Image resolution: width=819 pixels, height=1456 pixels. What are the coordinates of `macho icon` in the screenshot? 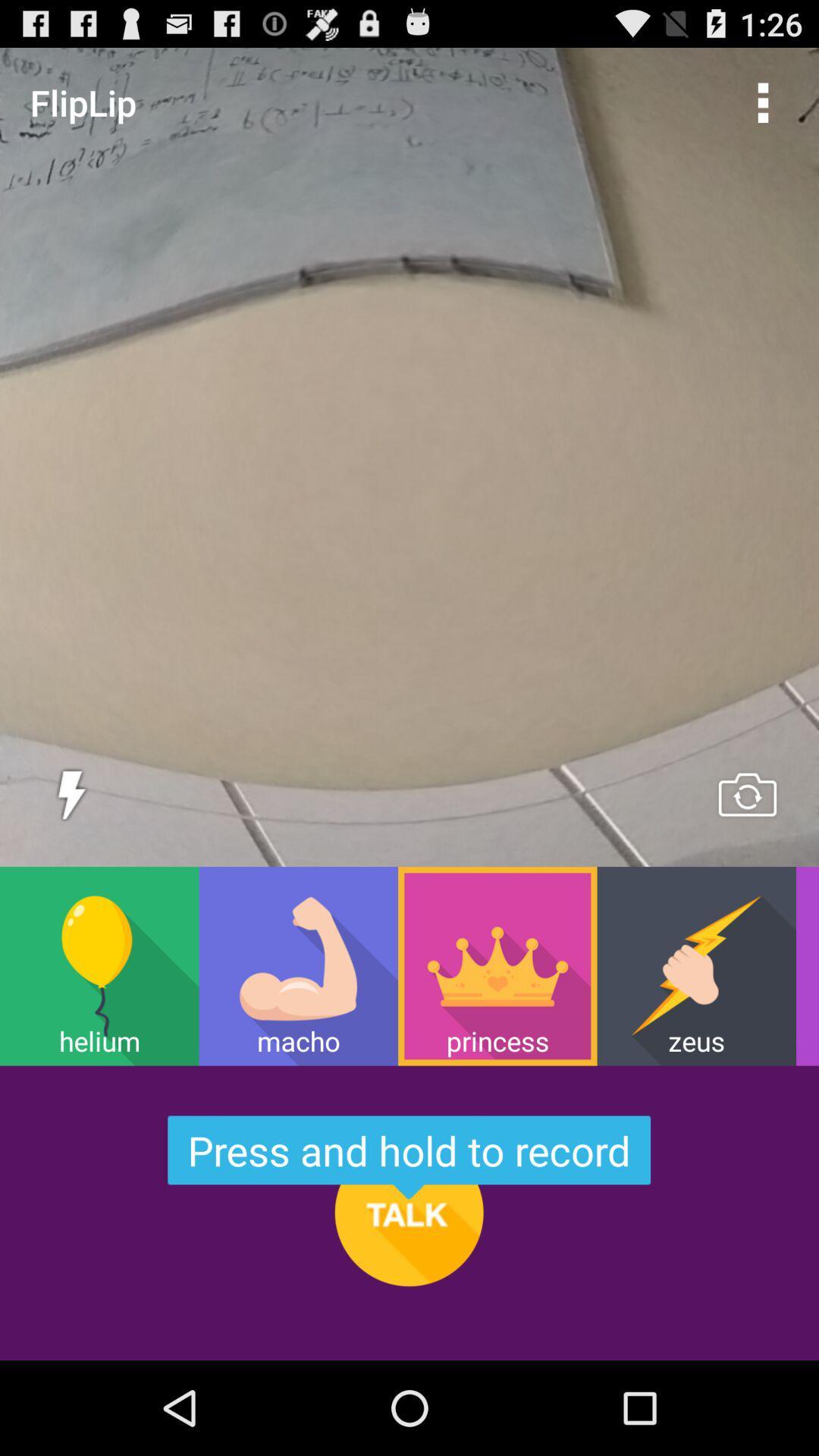 It's located at (298, 965).